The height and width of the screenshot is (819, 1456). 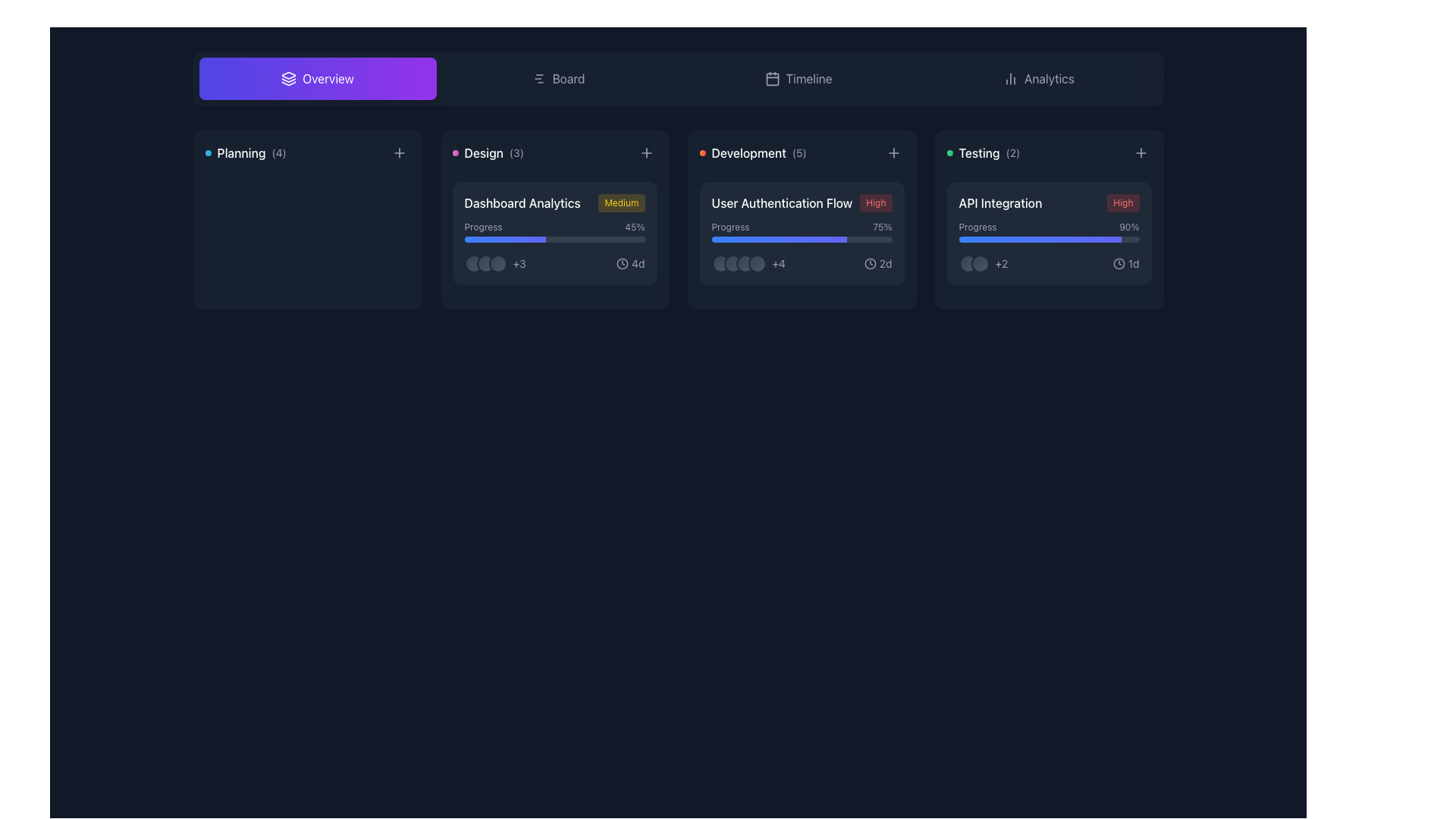 What do you see at coordinates (516, 152) in the screenshot?
I see `the third Text label element that indicates the quantity related to the 'Design' category, located to the right of the 'Design' label and following a decorative element` at bounding box center [516, 152].